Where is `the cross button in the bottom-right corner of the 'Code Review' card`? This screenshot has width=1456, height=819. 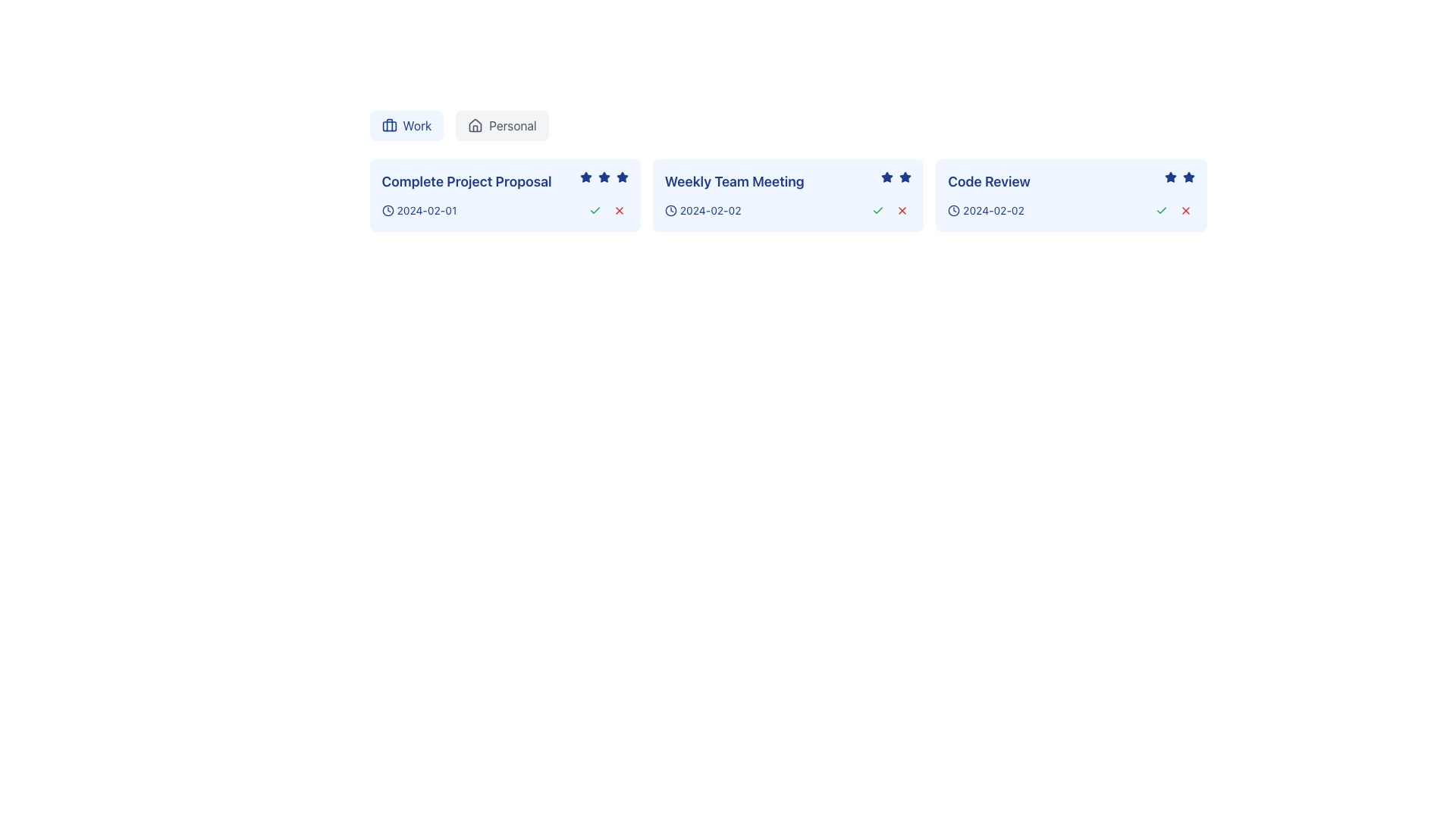 the cross button in the bottom-right corner of the 'Code Review' card is located at coordinates (1172, 210).